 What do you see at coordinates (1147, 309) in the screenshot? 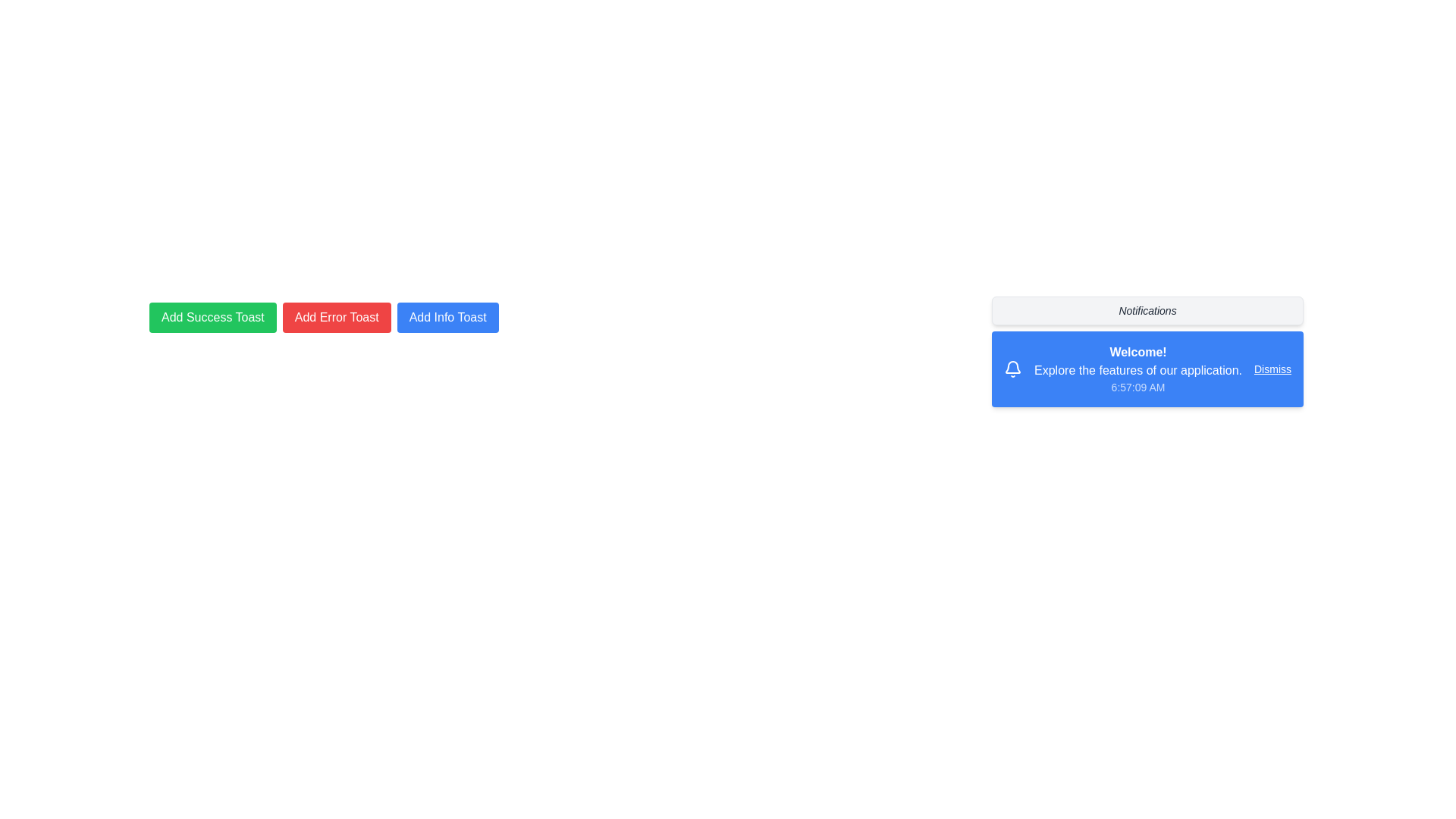
I see `the 'Notifications' text header element, which is a rectangular notification header with a light gray background and rounded corners, featuring italicized text in dark gray` at bounding box center [1147, 309].